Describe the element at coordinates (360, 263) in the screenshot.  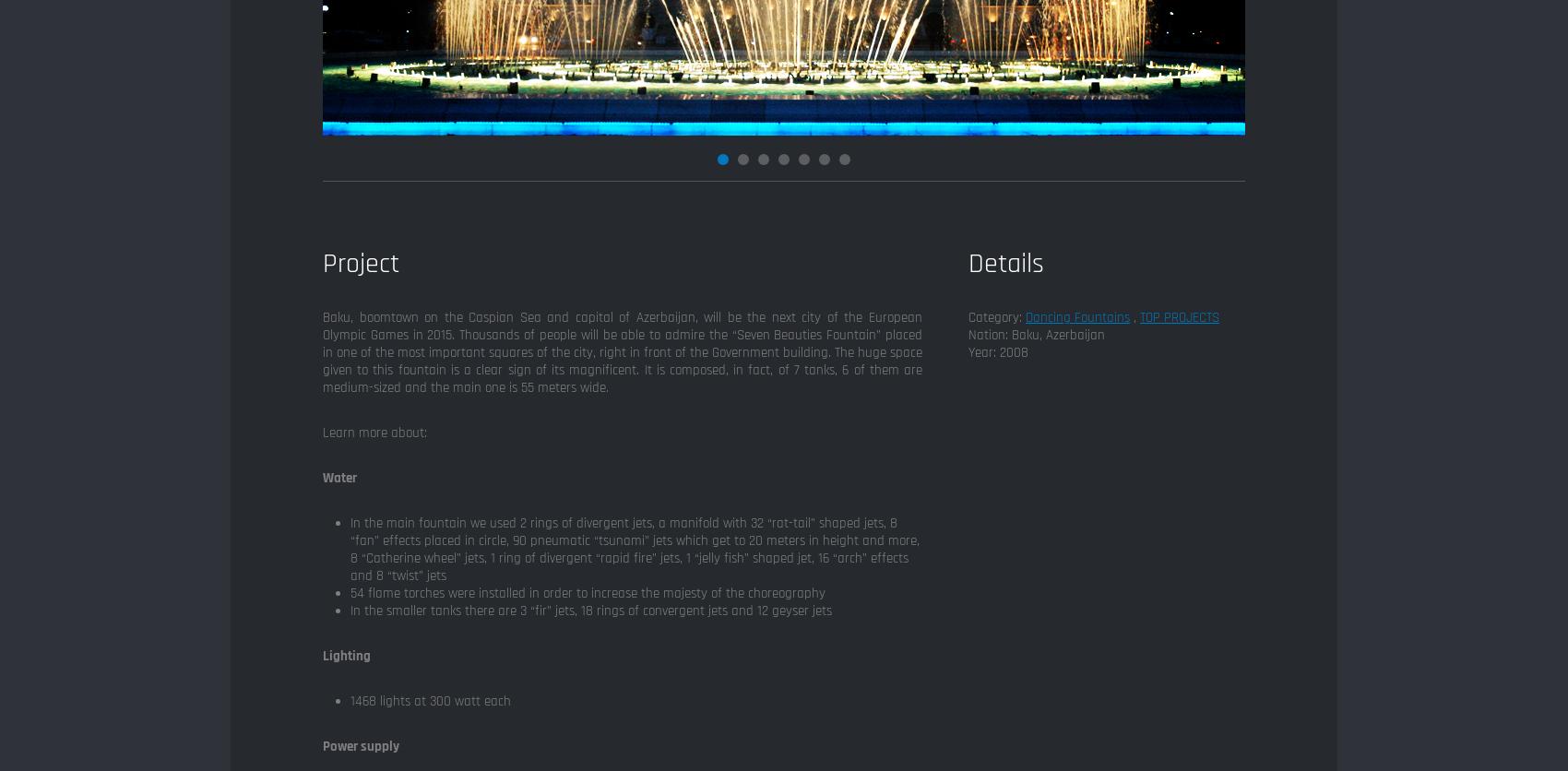
I see `'Project'` at that location.